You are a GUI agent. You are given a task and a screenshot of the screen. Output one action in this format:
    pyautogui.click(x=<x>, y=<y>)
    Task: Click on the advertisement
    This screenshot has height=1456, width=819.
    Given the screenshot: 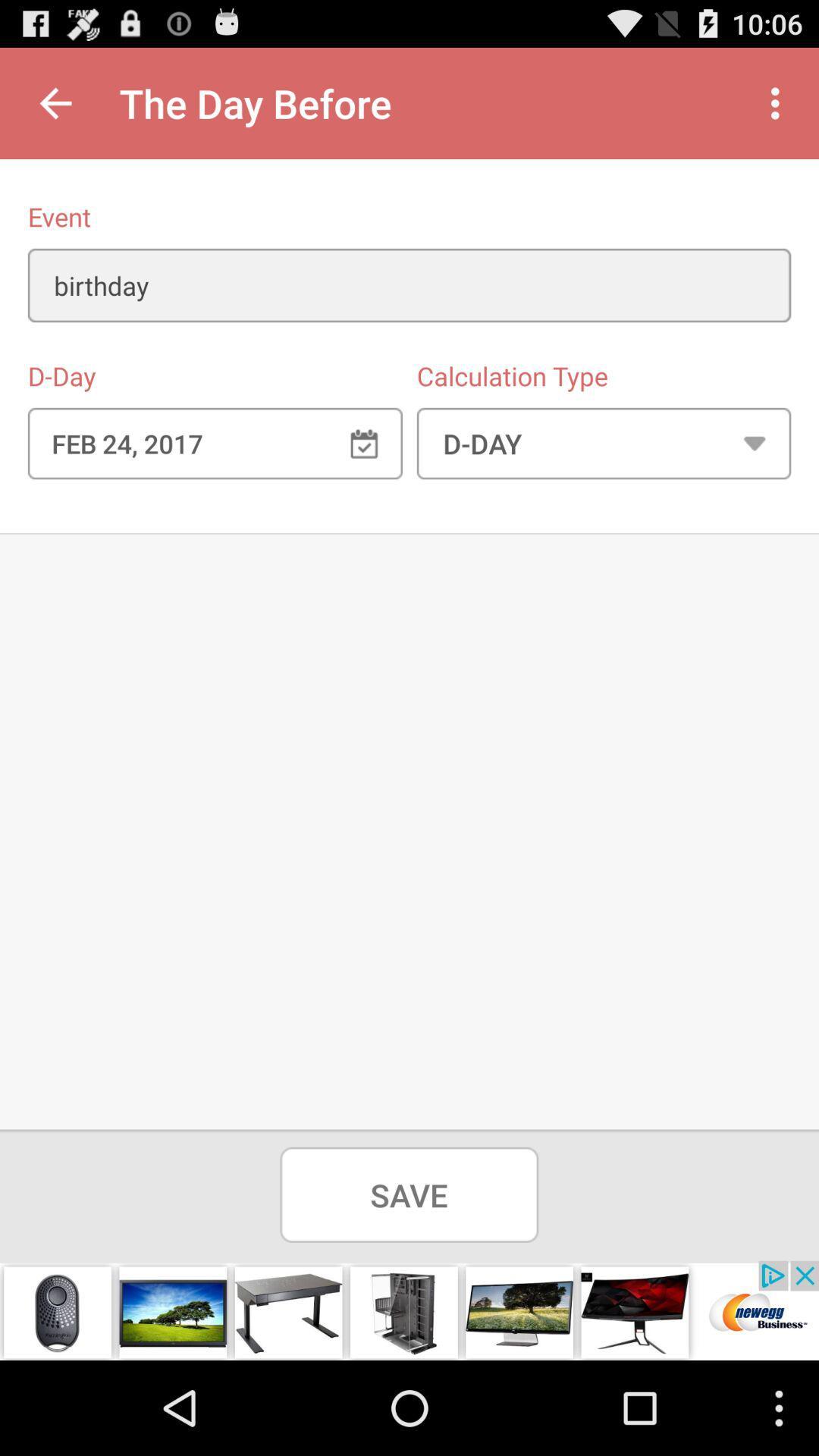 What is the action you would take?
    pyautogui.click(x=409, y=1310)
    